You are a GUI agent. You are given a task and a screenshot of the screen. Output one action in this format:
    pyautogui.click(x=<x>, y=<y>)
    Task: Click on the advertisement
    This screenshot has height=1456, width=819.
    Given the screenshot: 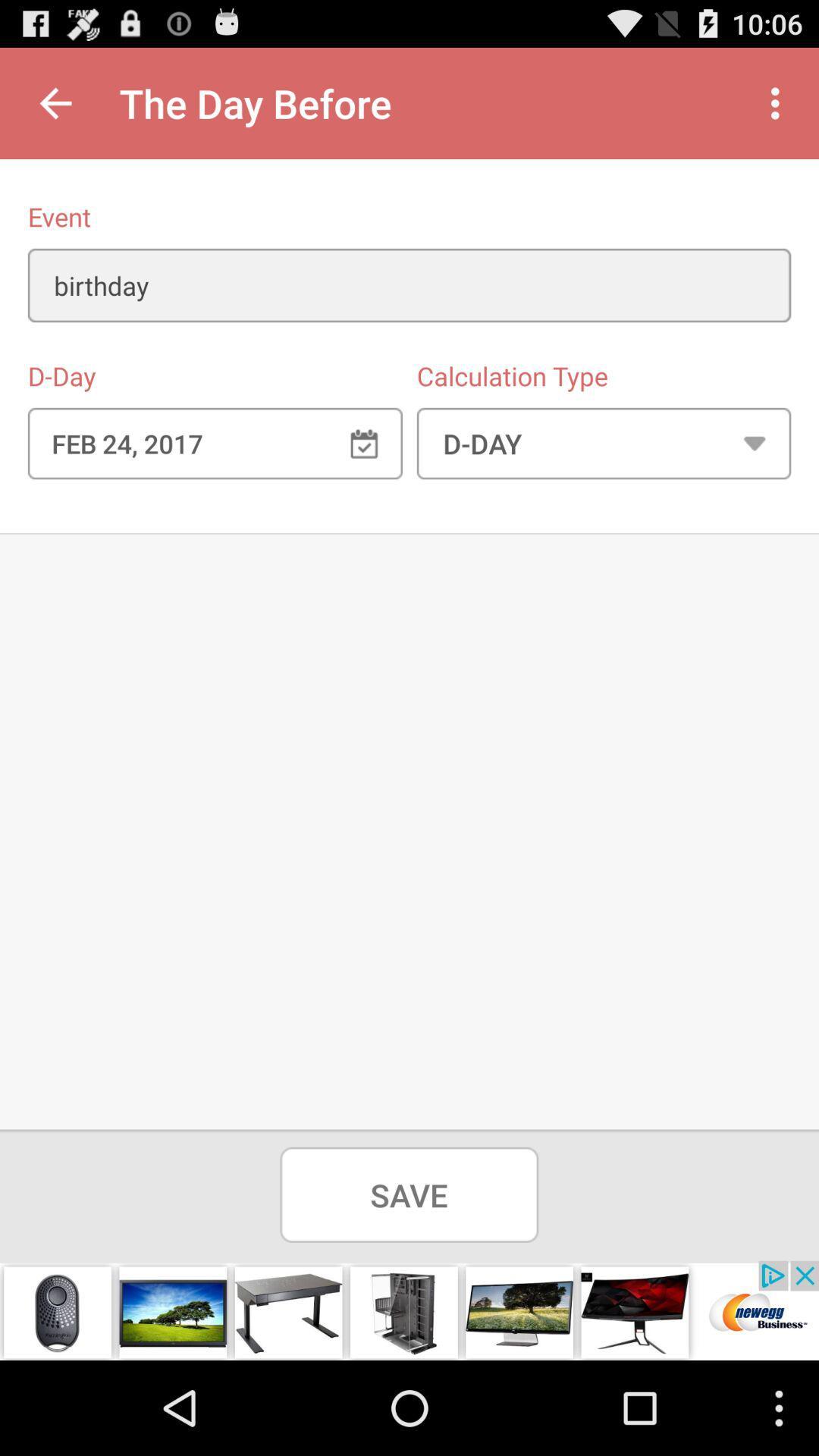 What is the action you would take?
    pyautogui.click(x=409, y=1310)
    